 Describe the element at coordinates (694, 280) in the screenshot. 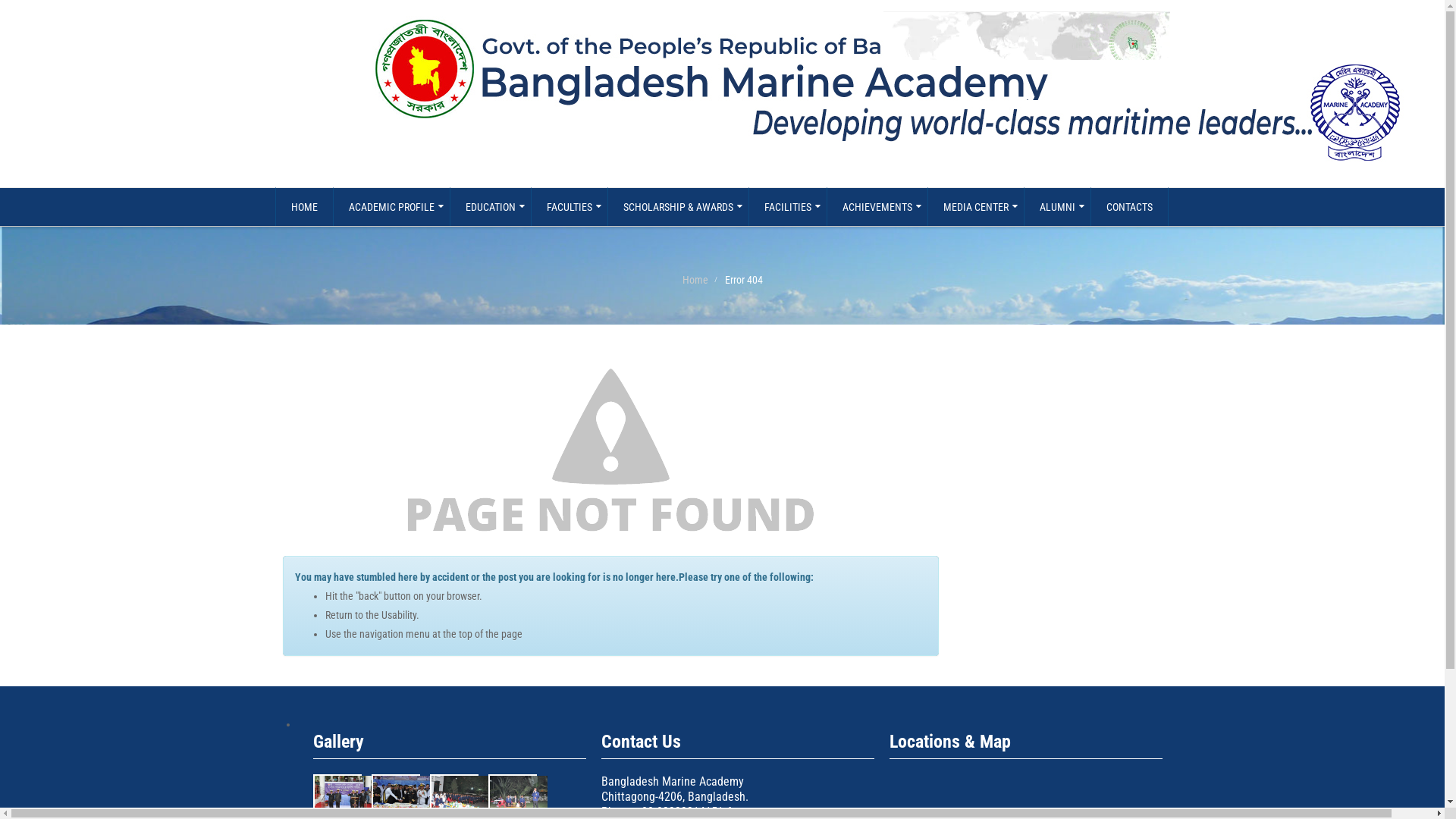

I see `'Home'` at that location.